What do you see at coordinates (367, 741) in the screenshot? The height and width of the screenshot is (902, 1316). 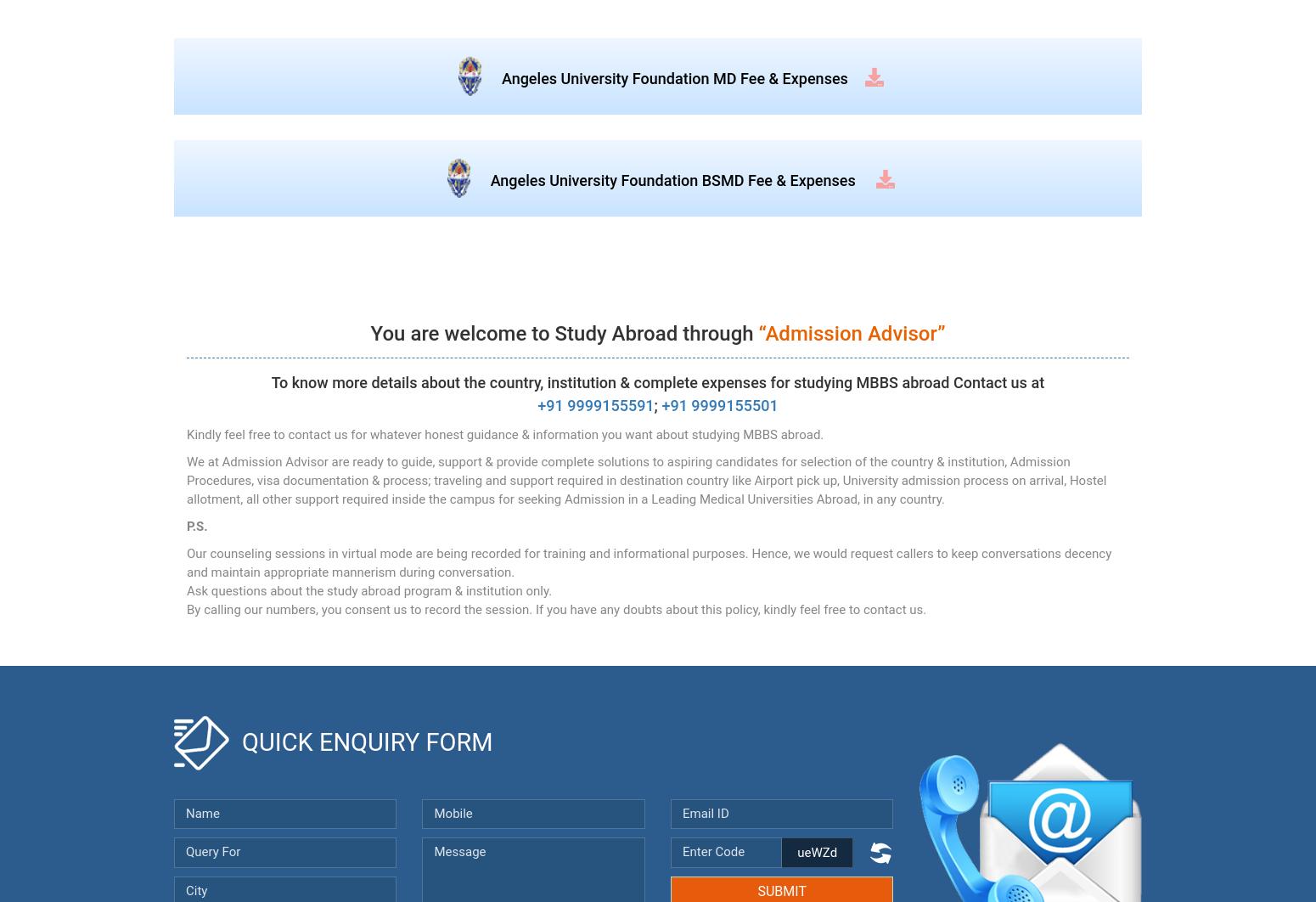 I see `'Quick Enquiry Form'` at bounding box center [367, 741].